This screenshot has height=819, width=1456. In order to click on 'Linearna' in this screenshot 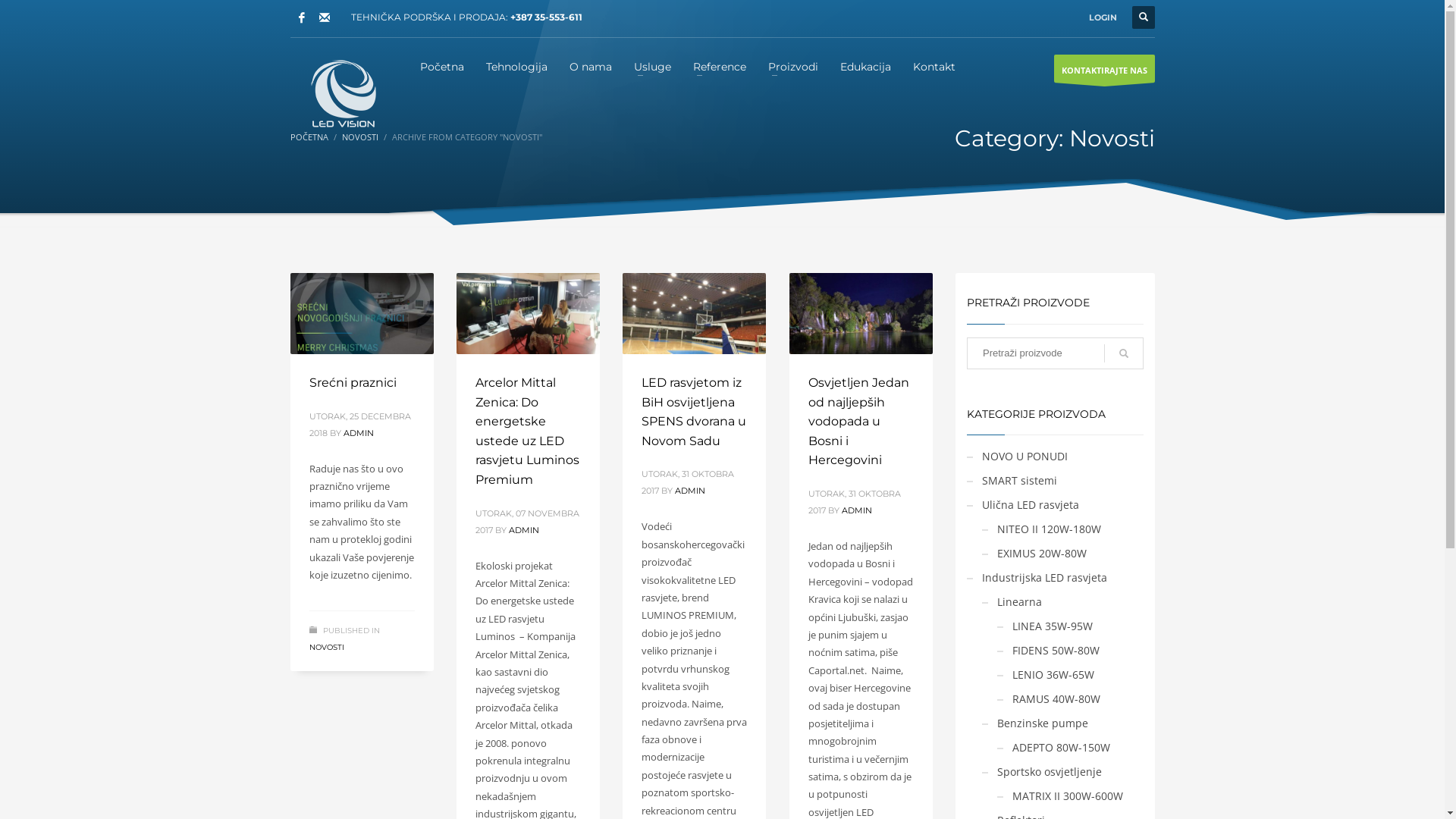, I will do `click(1012, 601)`.